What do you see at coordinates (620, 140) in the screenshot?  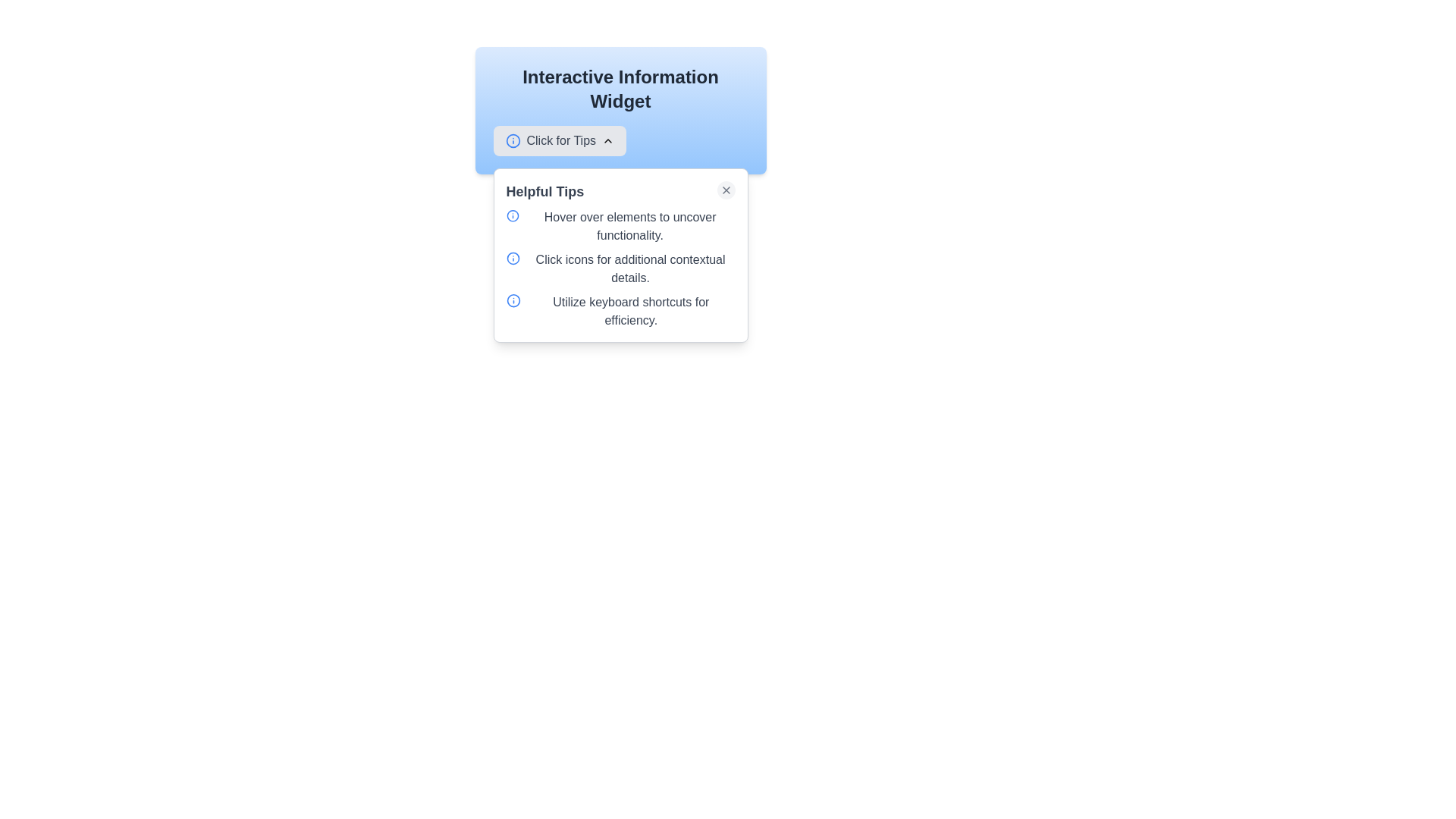 I see `the toggle button located beneath the 'Interactive Information Widget' title to show or hide the tips popup` at bounding box center [620, 140].